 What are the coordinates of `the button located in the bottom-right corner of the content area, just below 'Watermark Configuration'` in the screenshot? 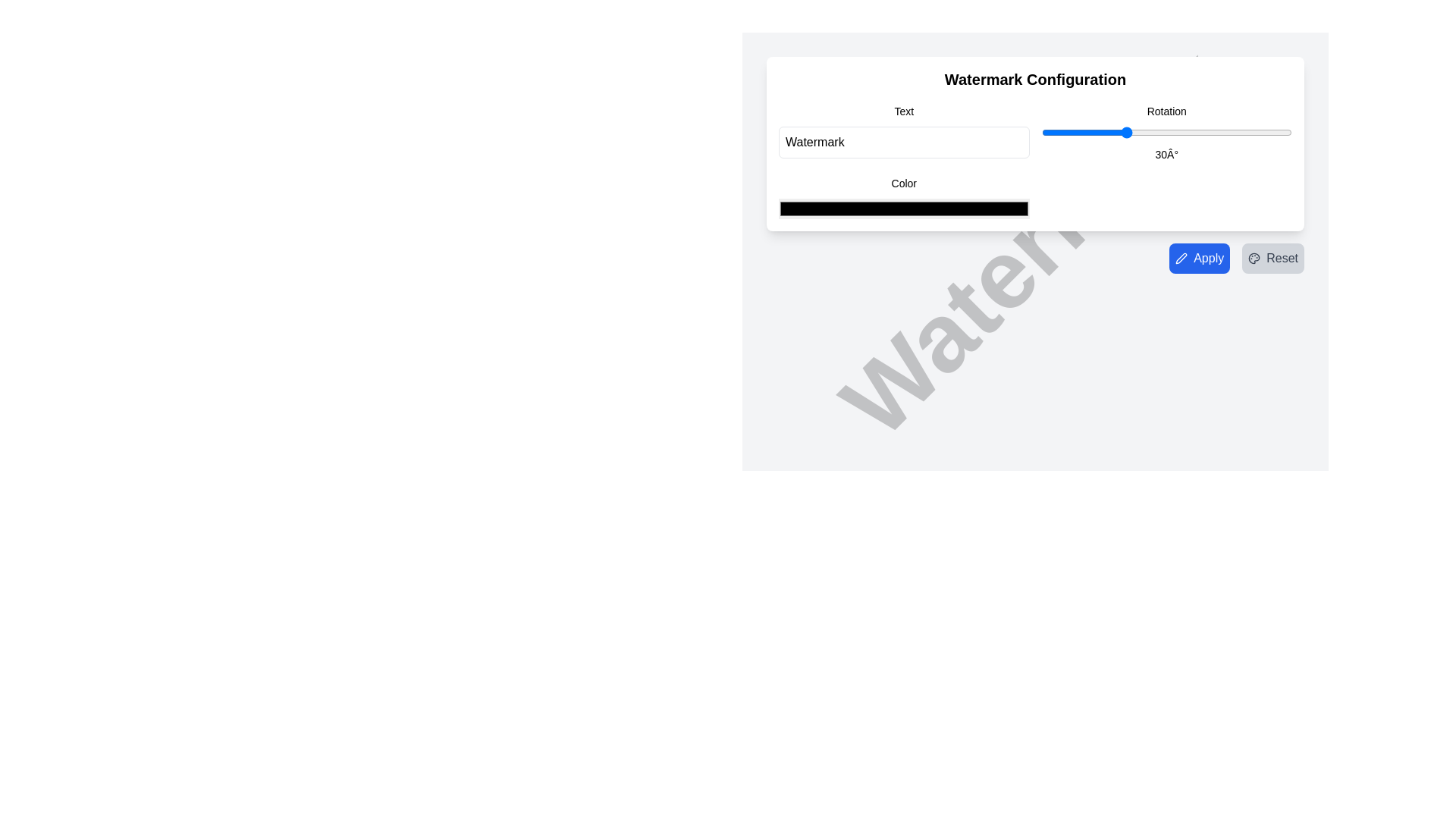 It's located at (1199, 257).